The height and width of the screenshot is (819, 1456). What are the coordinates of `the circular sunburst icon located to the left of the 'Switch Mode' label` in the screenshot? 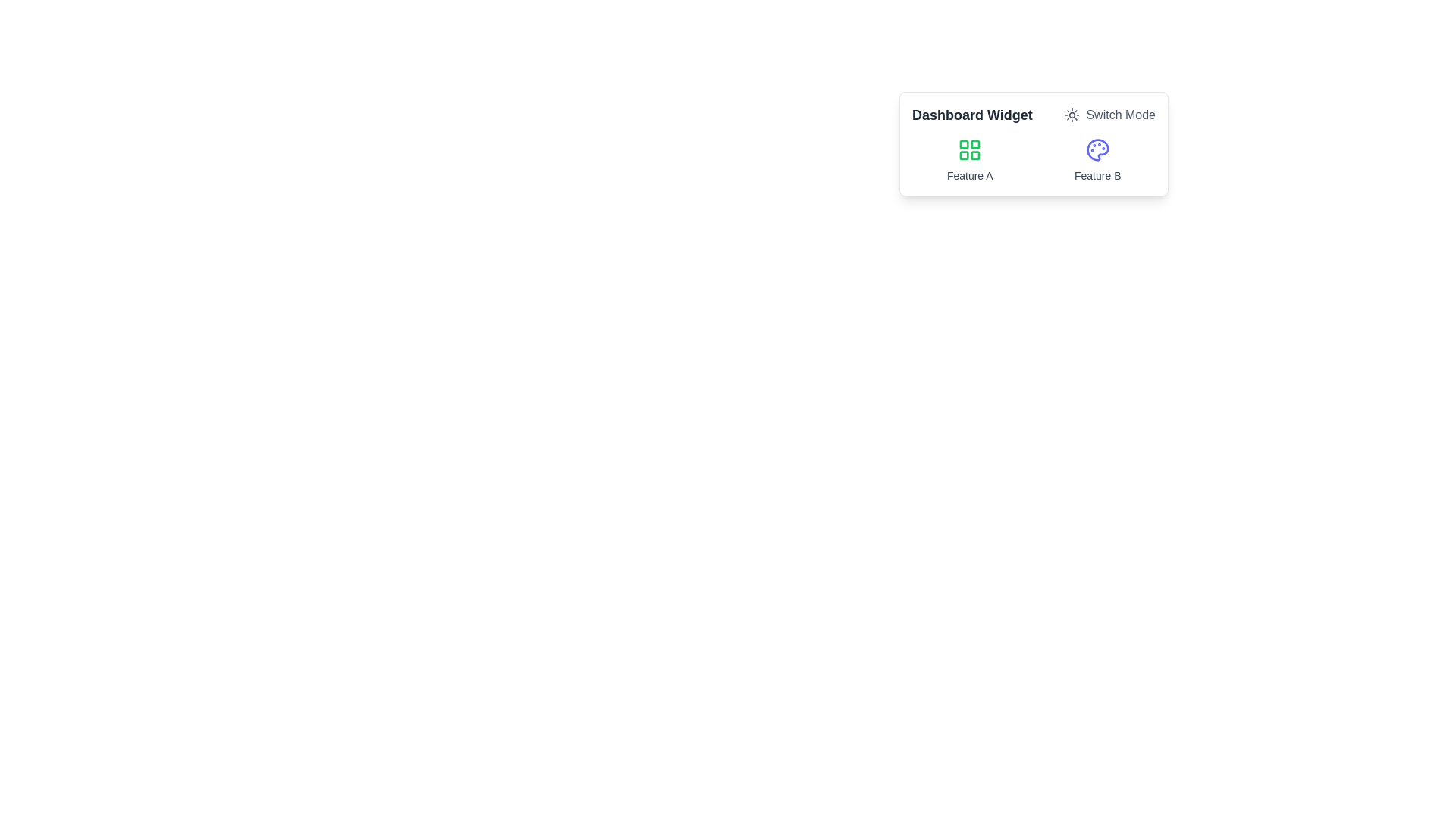 It's located at (1072, 114).